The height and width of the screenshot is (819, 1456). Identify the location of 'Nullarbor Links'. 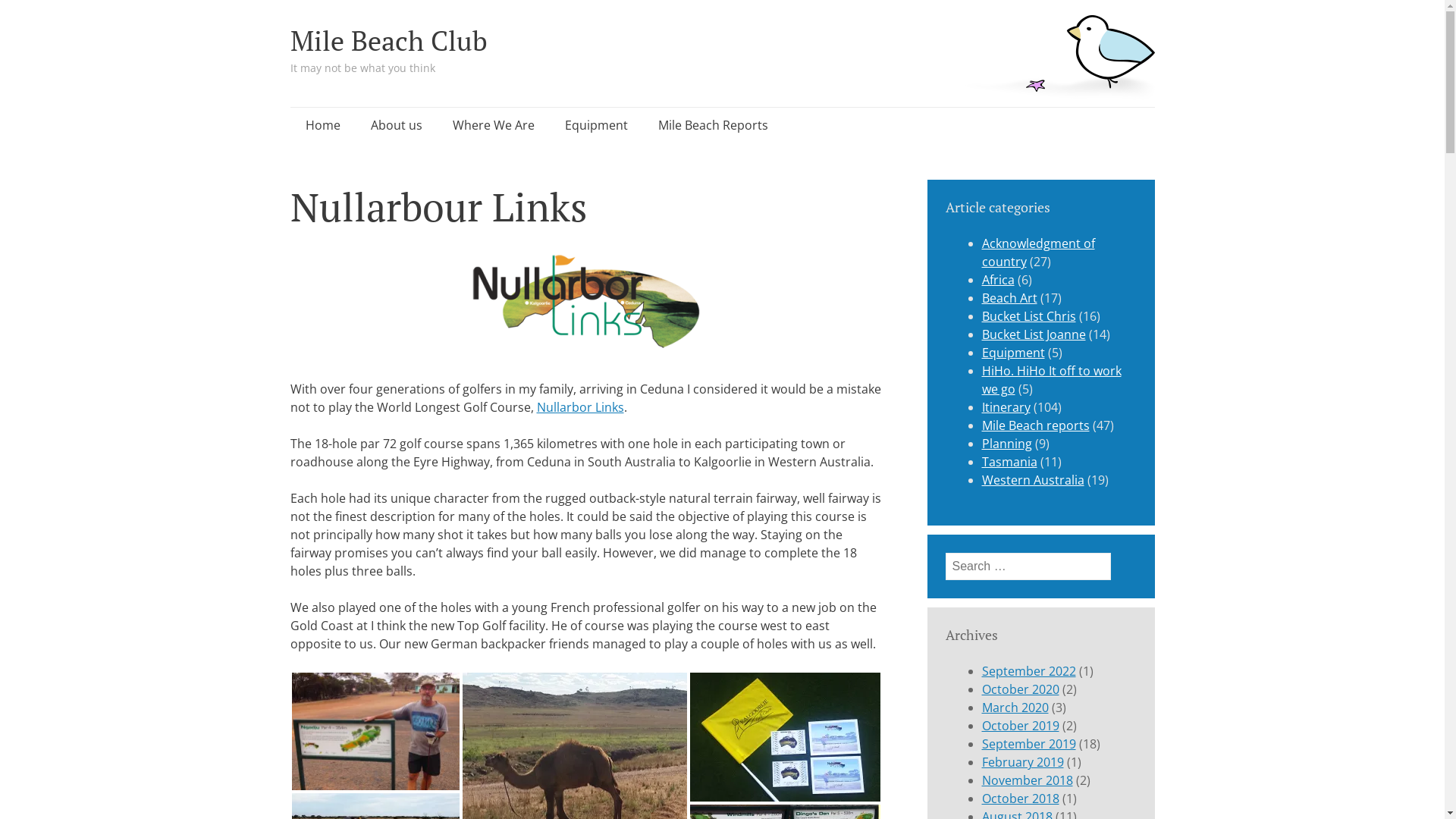
(579, 406).